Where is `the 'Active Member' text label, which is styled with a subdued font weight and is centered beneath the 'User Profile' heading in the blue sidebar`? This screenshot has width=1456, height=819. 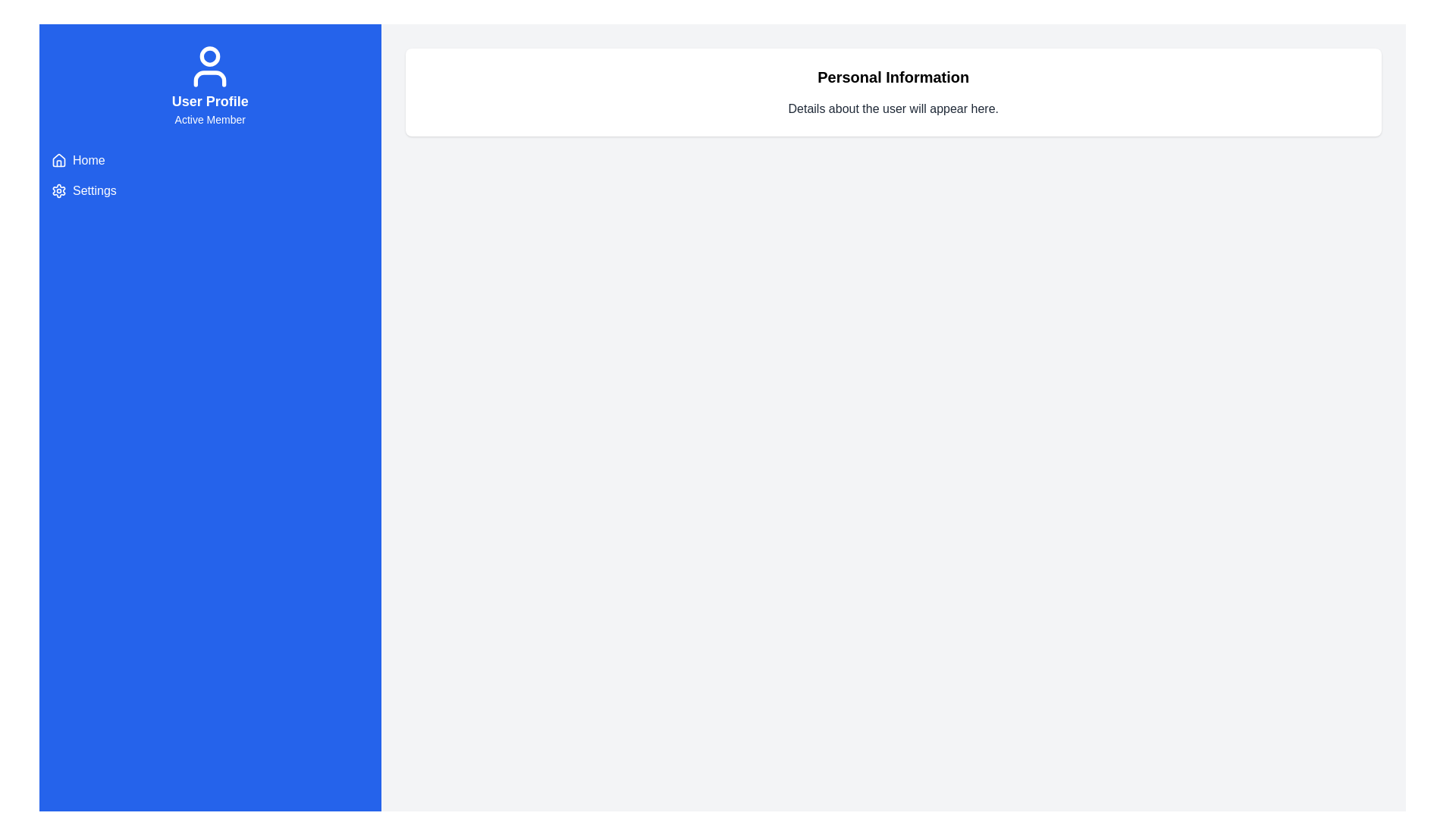
the 'Active Member' text label, which is styled with a subdued font weight and is centered beneath the 'User Profile' heading in the blue sidebar is located at coordinates (209, 119).